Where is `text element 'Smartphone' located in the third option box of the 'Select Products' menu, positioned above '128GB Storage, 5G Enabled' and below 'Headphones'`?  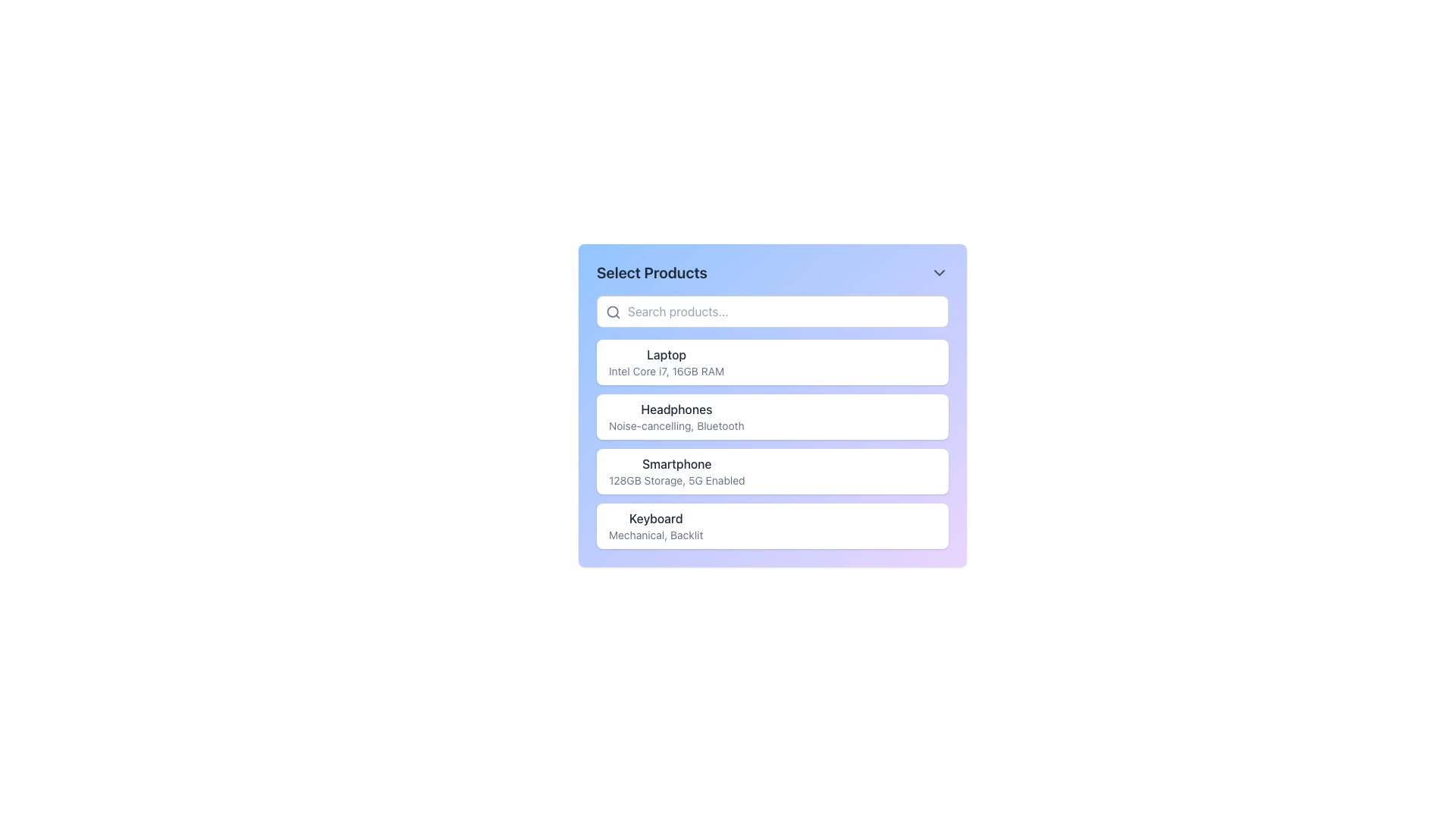
text element 'Smartphone' located in the third option box of the 'Select Products' menu, positioned above '128GB Storage, 5G Enabled' and below 'Headphones' is located at coordinates (676, 463).